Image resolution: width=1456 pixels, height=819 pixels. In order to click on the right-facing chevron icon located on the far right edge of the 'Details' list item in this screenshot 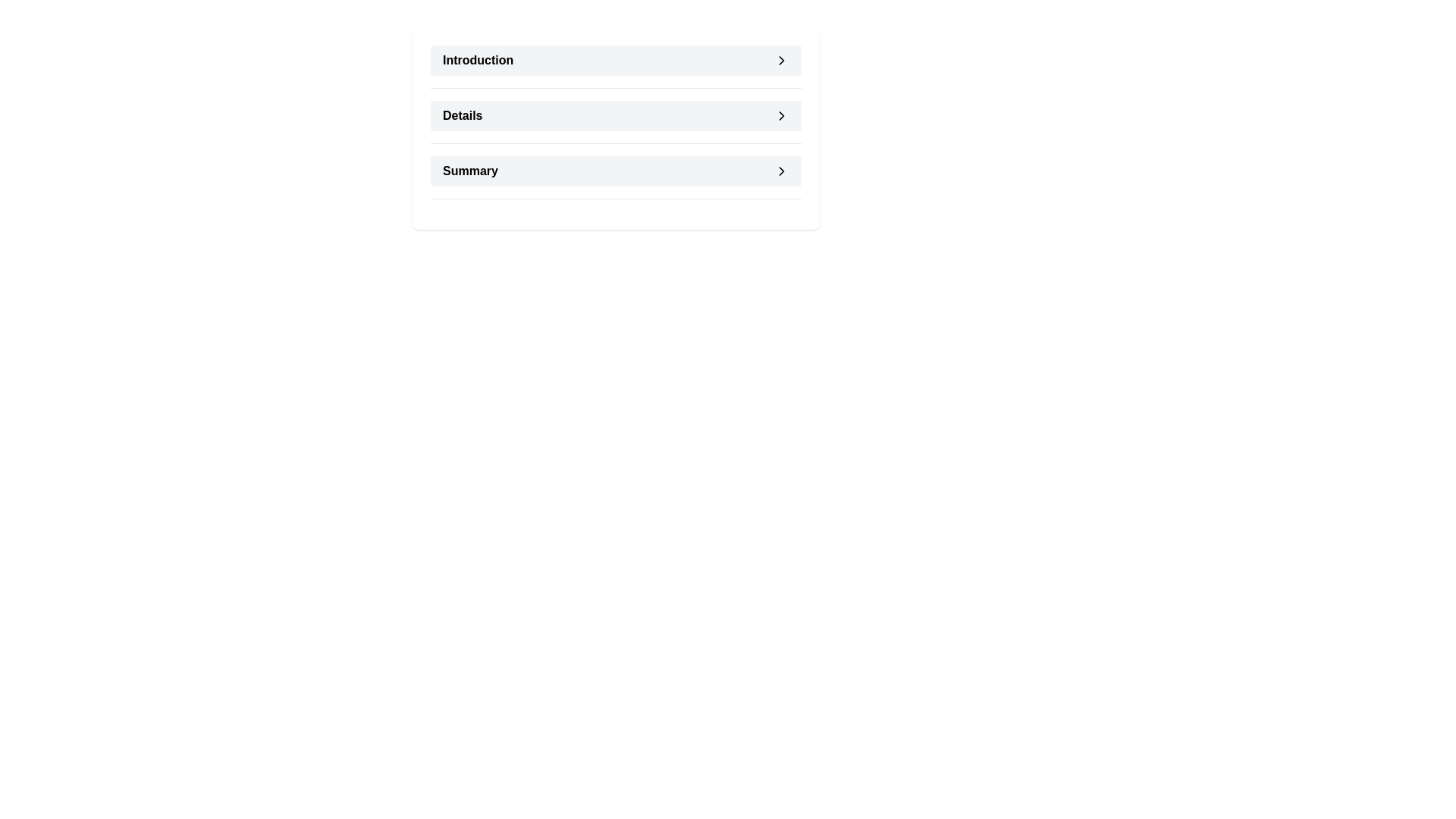, I will do `click(782, 115)`.